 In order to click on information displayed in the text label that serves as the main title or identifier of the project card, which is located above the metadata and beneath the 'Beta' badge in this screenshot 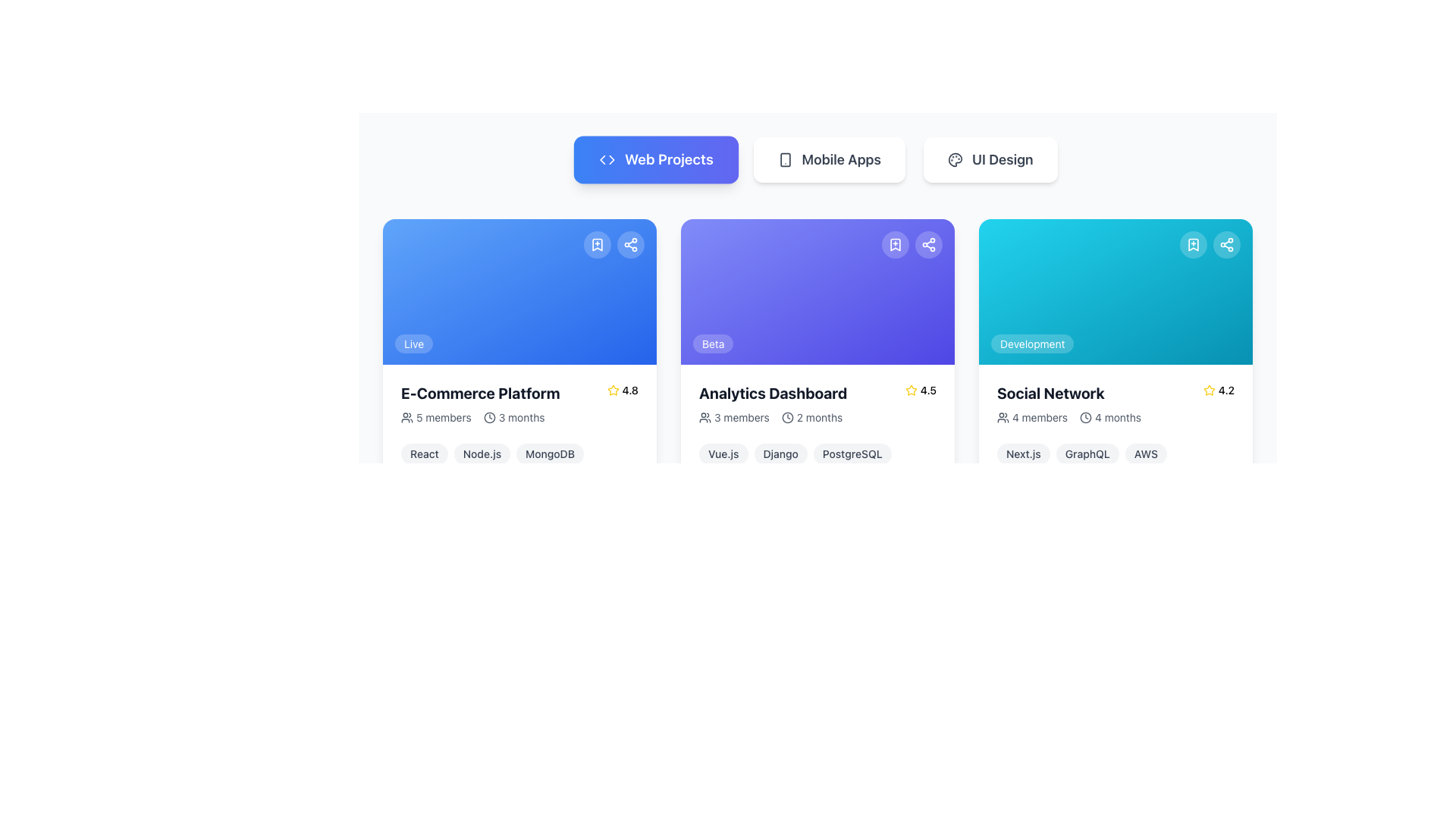, I will do `click(773, 393)`.